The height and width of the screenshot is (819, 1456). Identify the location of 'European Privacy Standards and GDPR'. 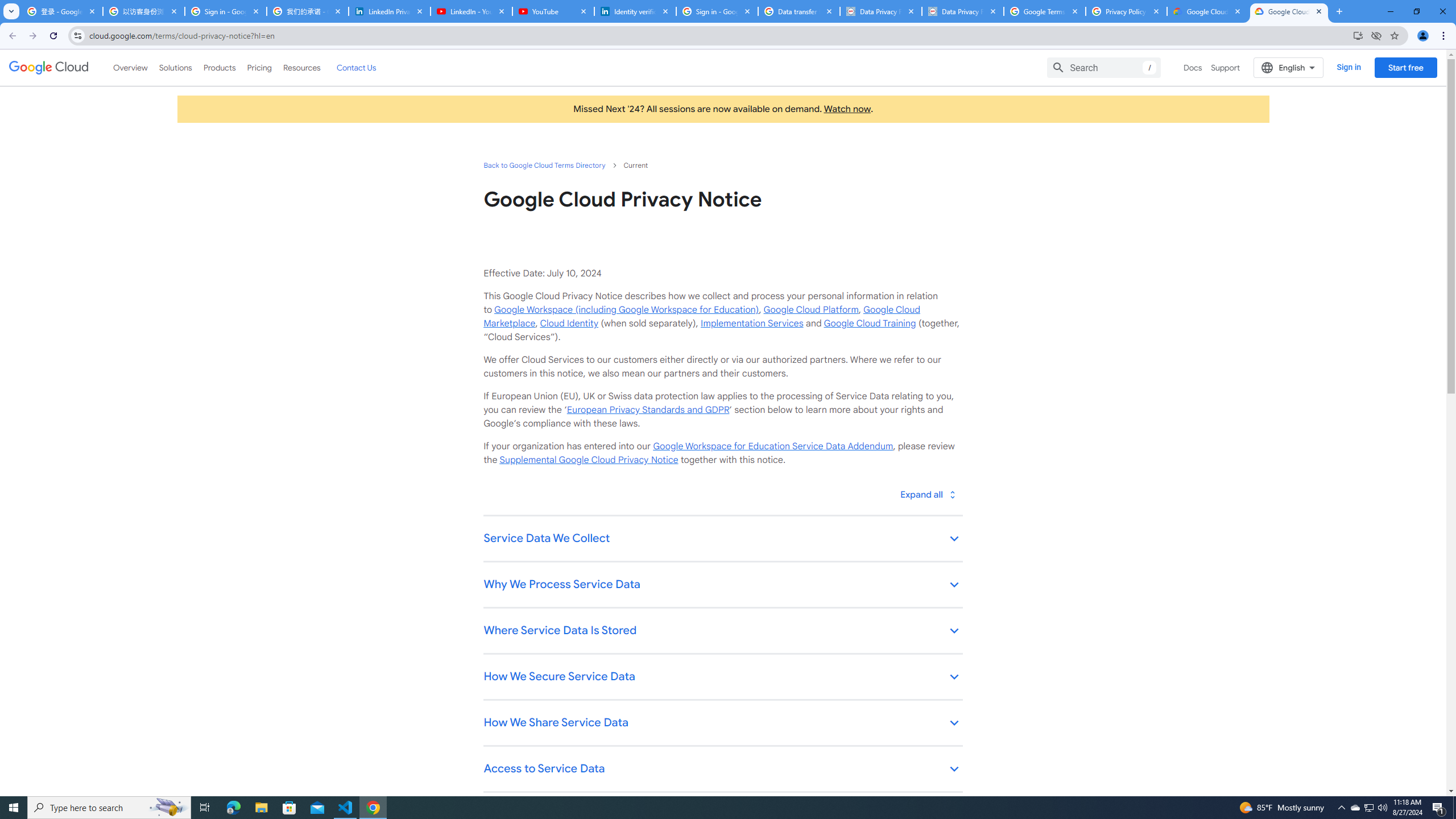
(647, 409).